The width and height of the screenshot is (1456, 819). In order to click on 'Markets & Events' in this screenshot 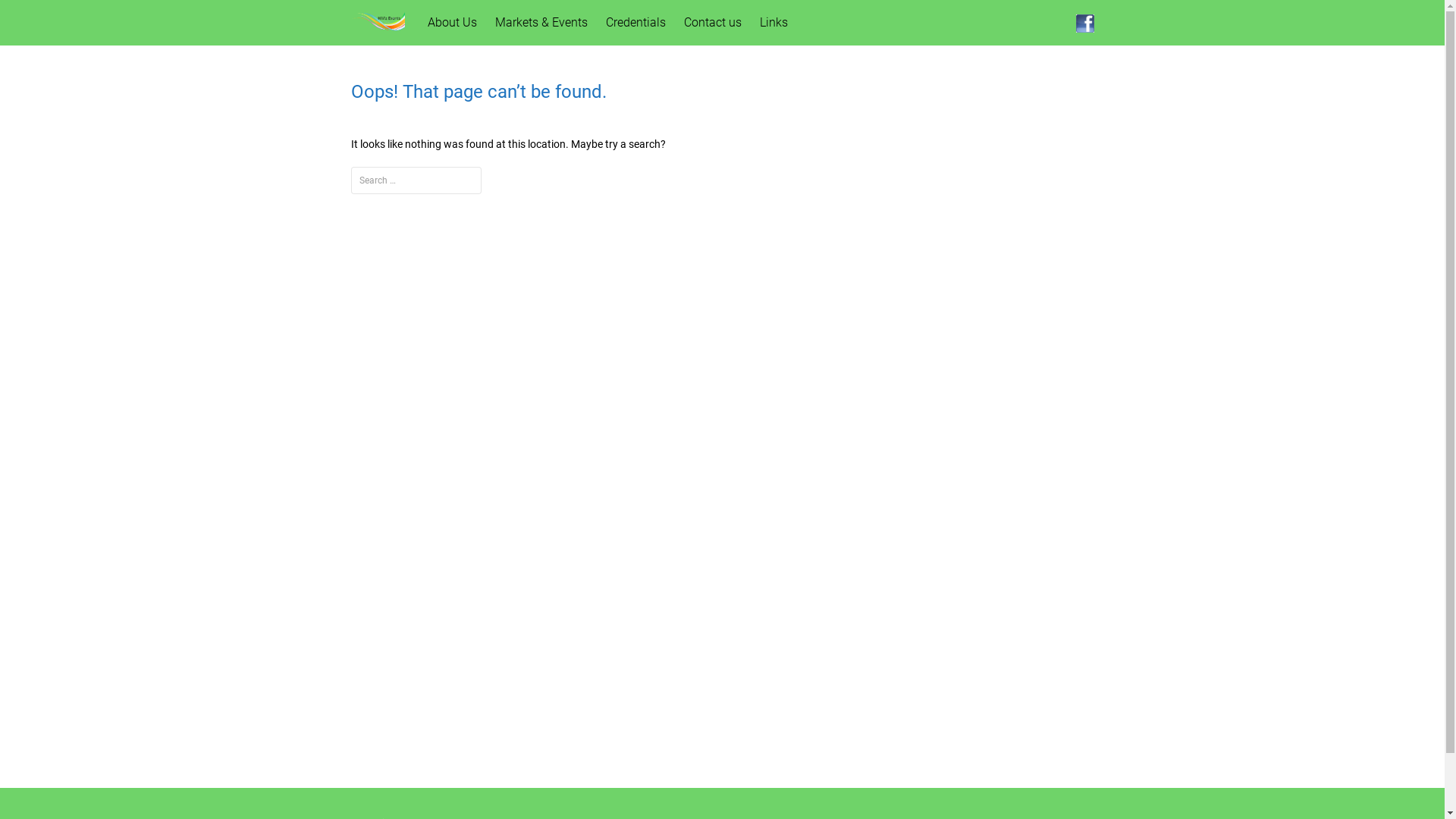, I will do `click(541, 23)`.